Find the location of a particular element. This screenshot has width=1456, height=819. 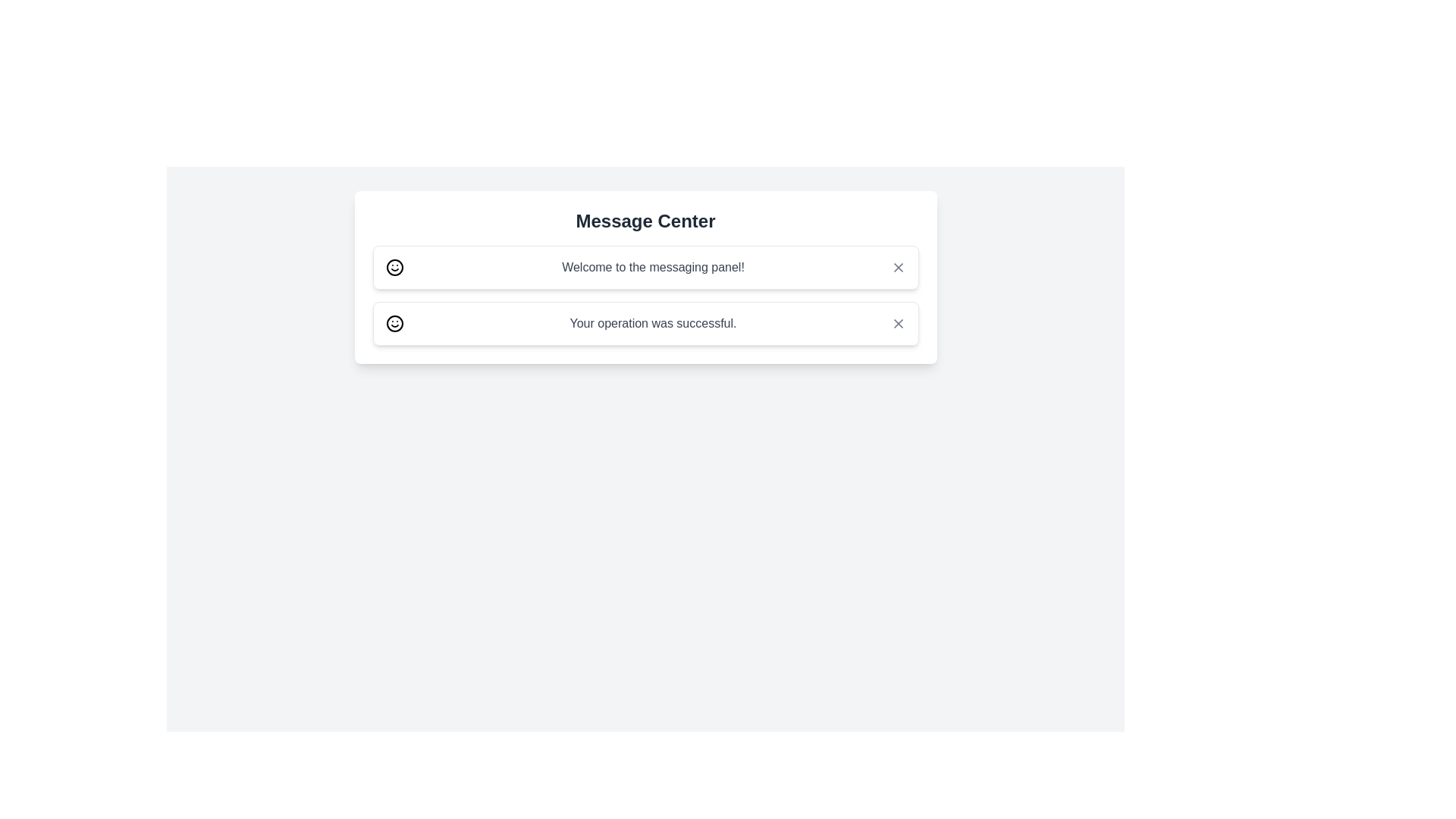

the friendly icon located on the leftmost side of the top row within the card that contains the message 'Welcome to the messaging panel!' is located at coordinates (394, 267).